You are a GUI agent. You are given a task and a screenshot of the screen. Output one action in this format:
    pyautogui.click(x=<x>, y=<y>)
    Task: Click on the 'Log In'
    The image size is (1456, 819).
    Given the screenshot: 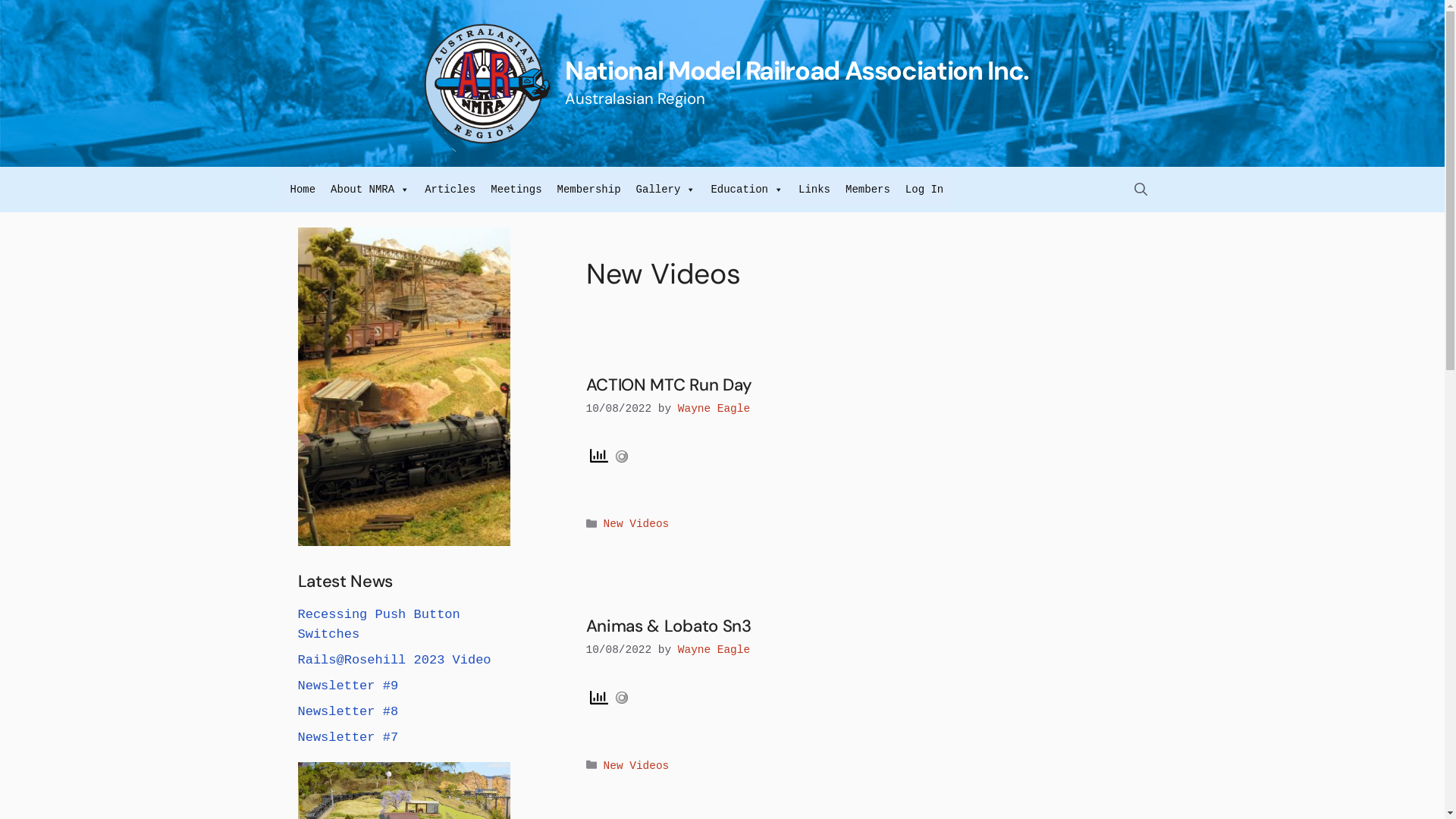 What is the action you would take?
    pyautogui.click(x=924, y=189)
    